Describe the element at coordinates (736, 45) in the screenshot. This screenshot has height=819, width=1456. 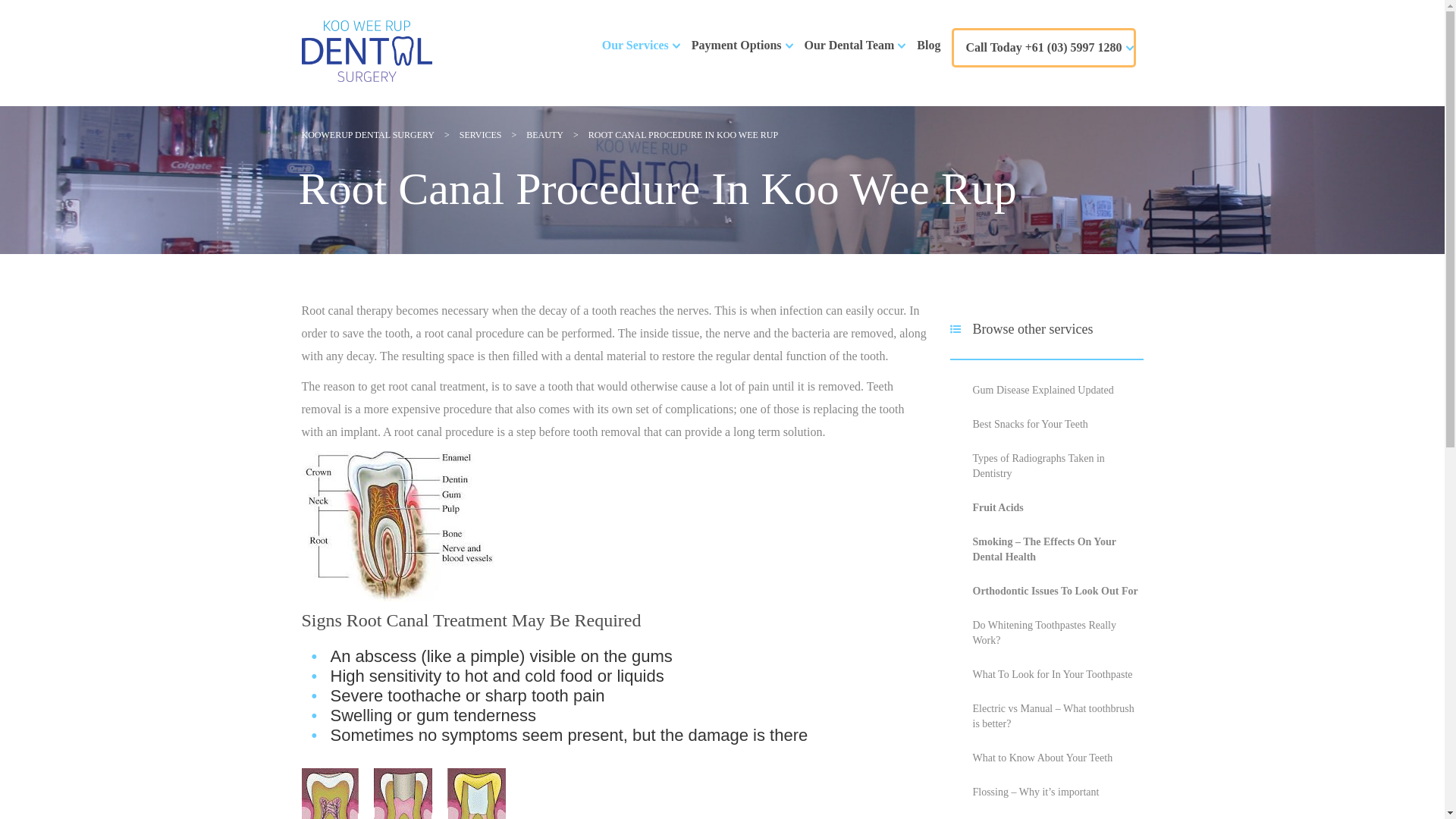
I see `'Payment Options'` at that location.